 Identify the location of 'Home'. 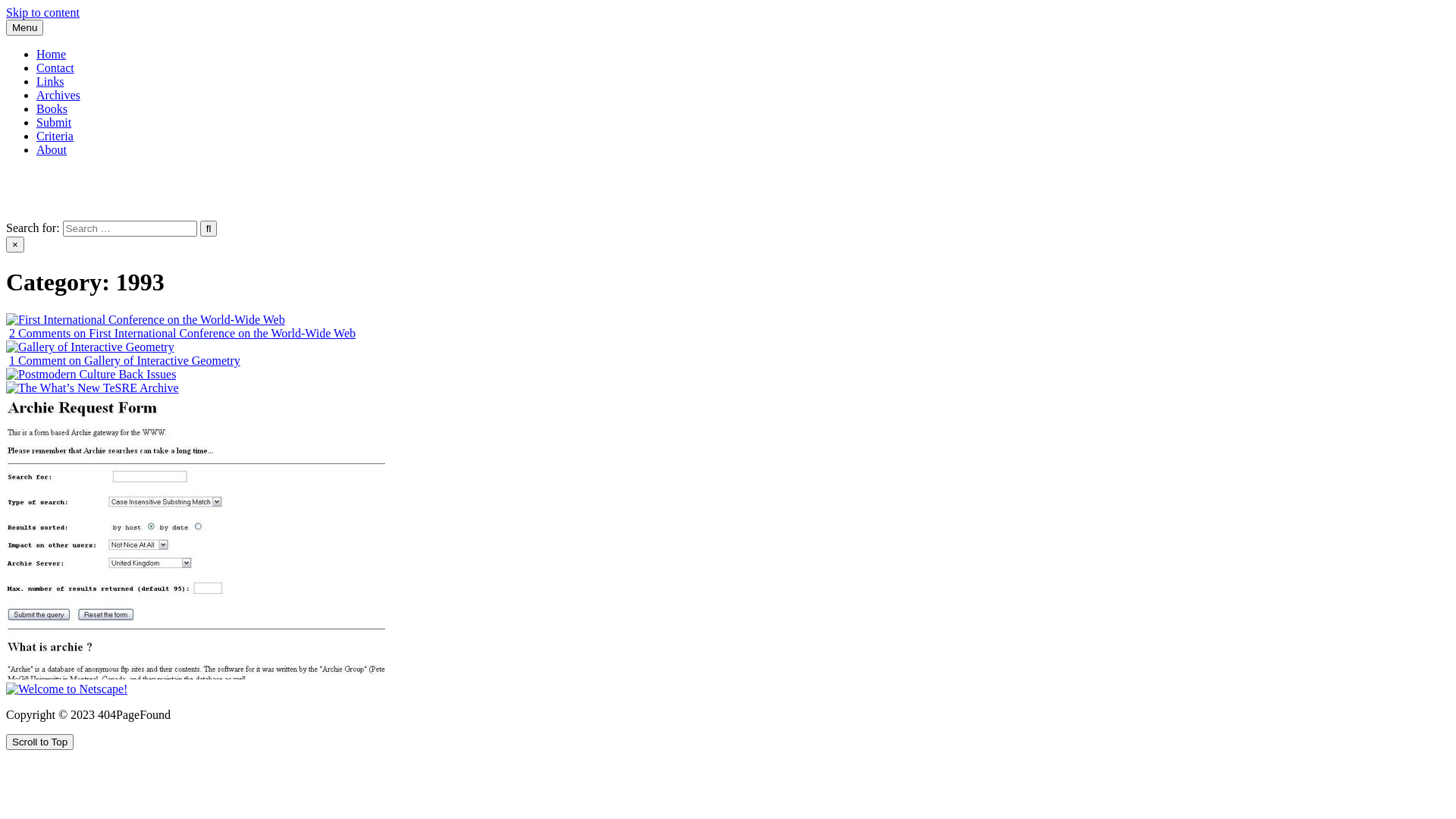
(51, 53).